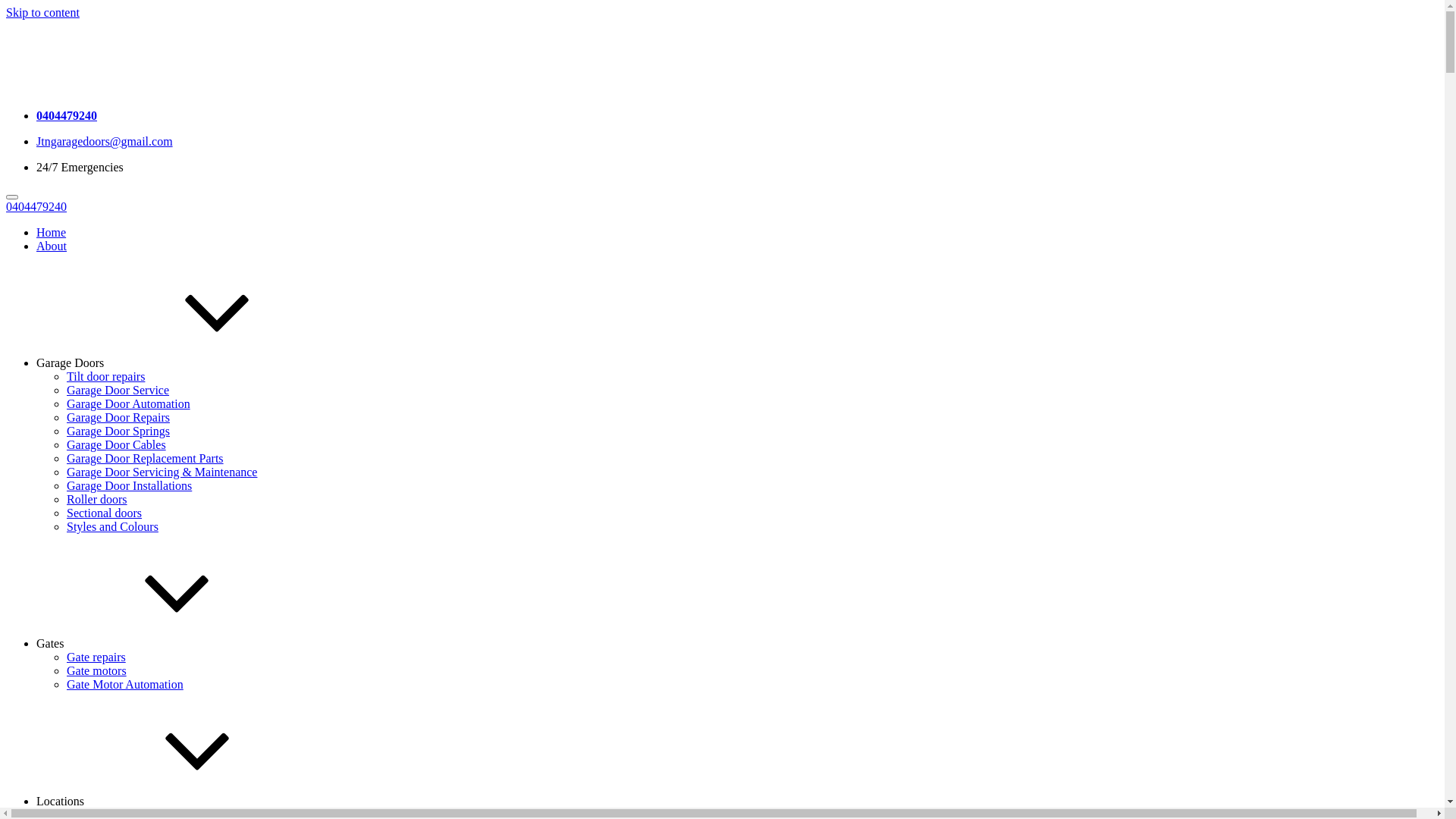 This screenshot has width=1456, height=819. I want to click on 'Garage Door Service', so click(117, 389).